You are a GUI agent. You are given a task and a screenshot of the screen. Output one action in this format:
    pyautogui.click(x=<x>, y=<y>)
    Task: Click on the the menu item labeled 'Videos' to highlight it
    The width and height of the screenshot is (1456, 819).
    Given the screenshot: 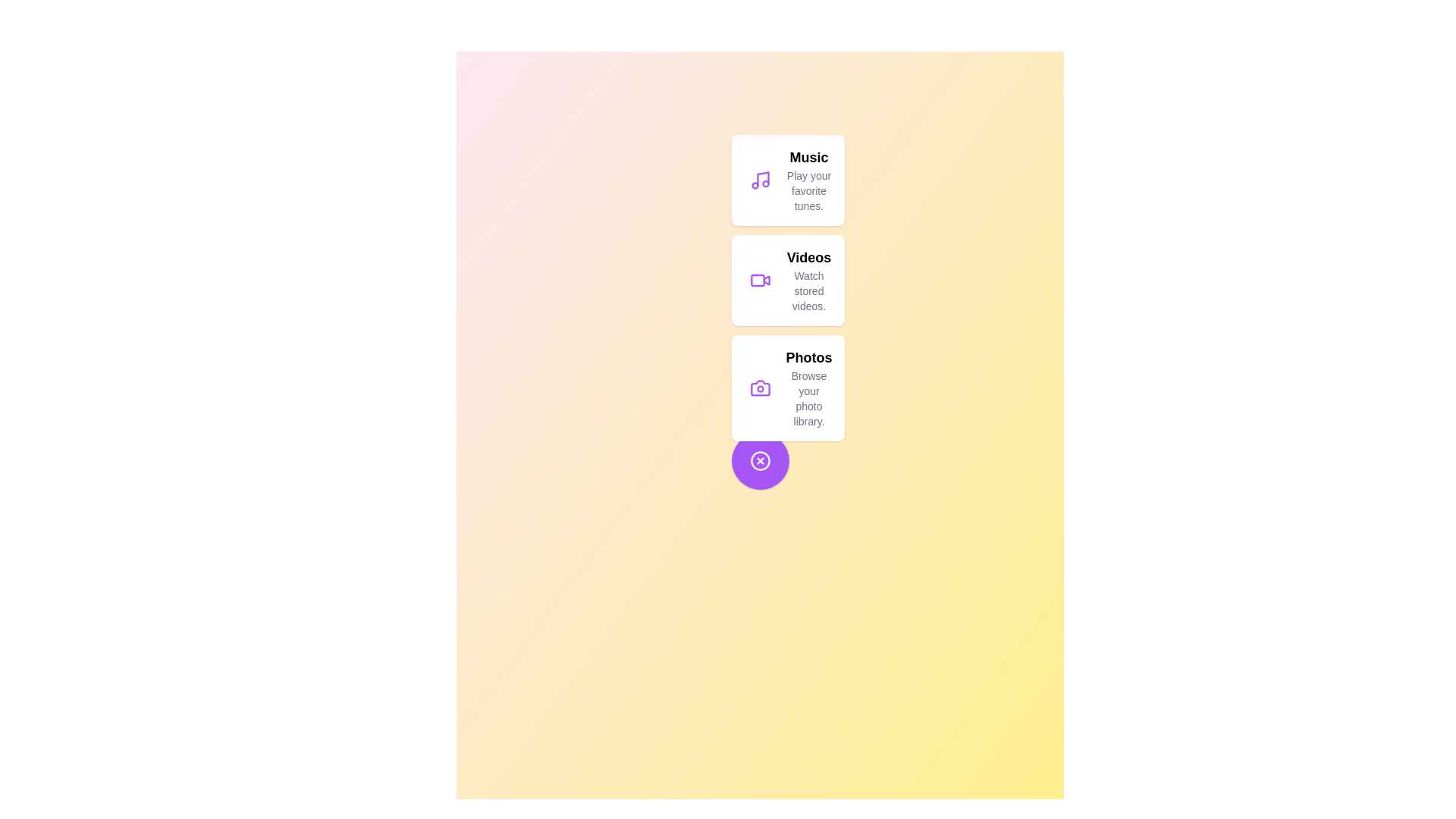 What is the action you would take?
    pyautogui.click(x=787, y=281)
    